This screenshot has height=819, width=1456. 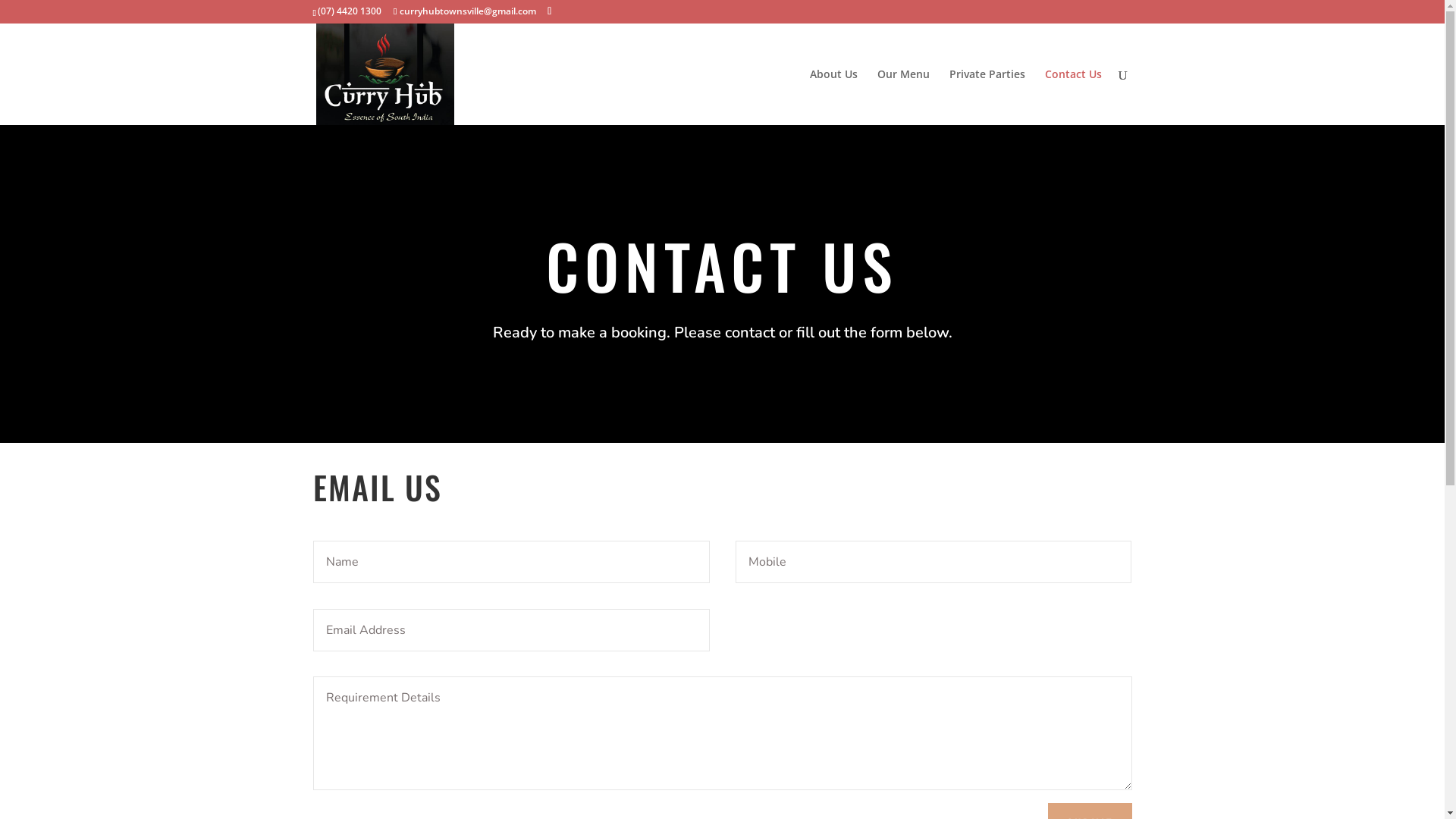 What do you see at coordinates (933, 561) in the screenshot?
I see `'Only numbers allowed.Minimum length: 10 characters. '` at bounding box center [933, 561].